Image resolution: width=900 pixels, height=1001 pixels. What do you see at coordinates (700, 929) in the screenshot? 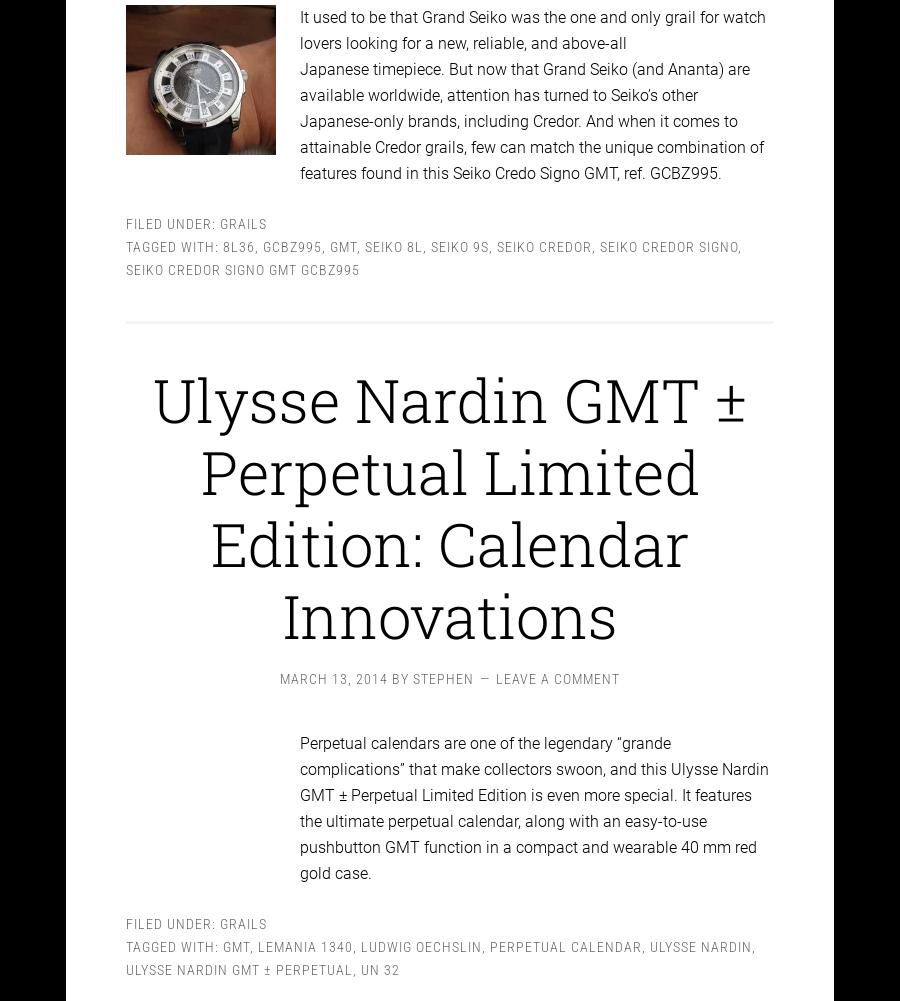
I see `'Ulysse Nardin'` at bounding box center [700, 929].